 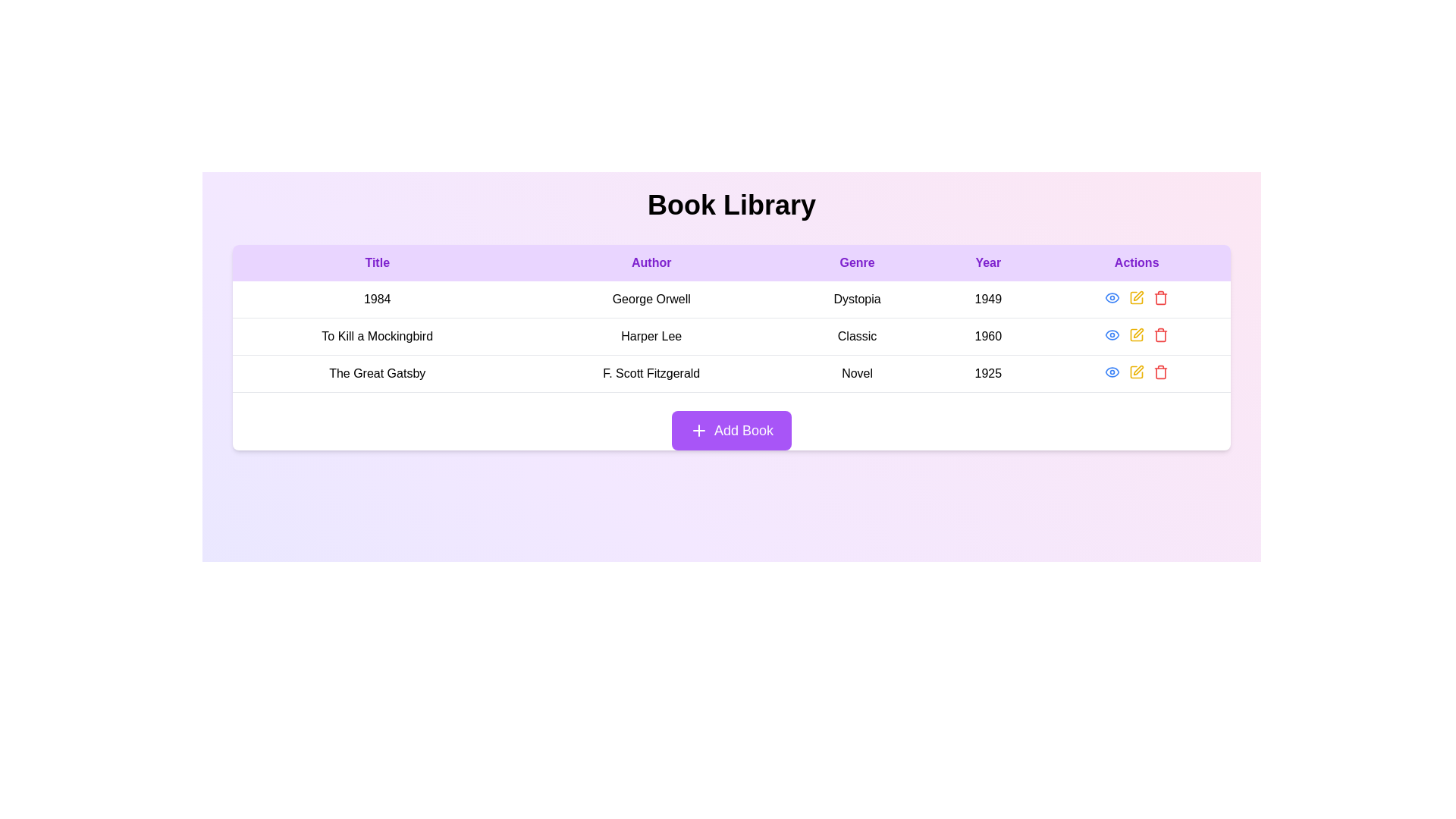 What do you see at coordinates (1137, 334) in the screenshot?
I see `the yellow edit icon button located in the 'Actions' column of the second row in the table` at bounding box center [1137, 334].